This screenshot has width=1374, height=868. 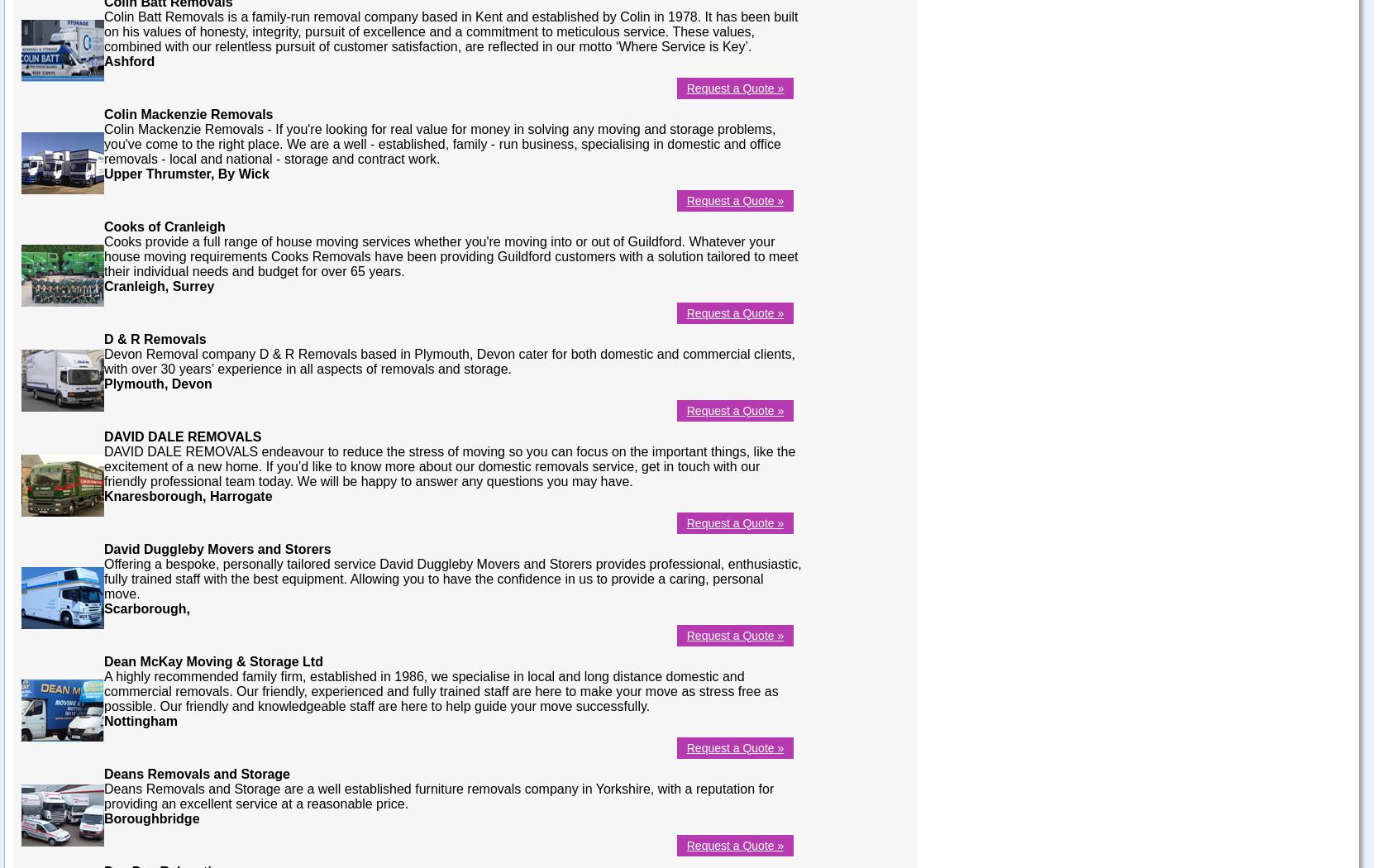 I want to click on 'Scarborough,', so click(x=103, y=607).